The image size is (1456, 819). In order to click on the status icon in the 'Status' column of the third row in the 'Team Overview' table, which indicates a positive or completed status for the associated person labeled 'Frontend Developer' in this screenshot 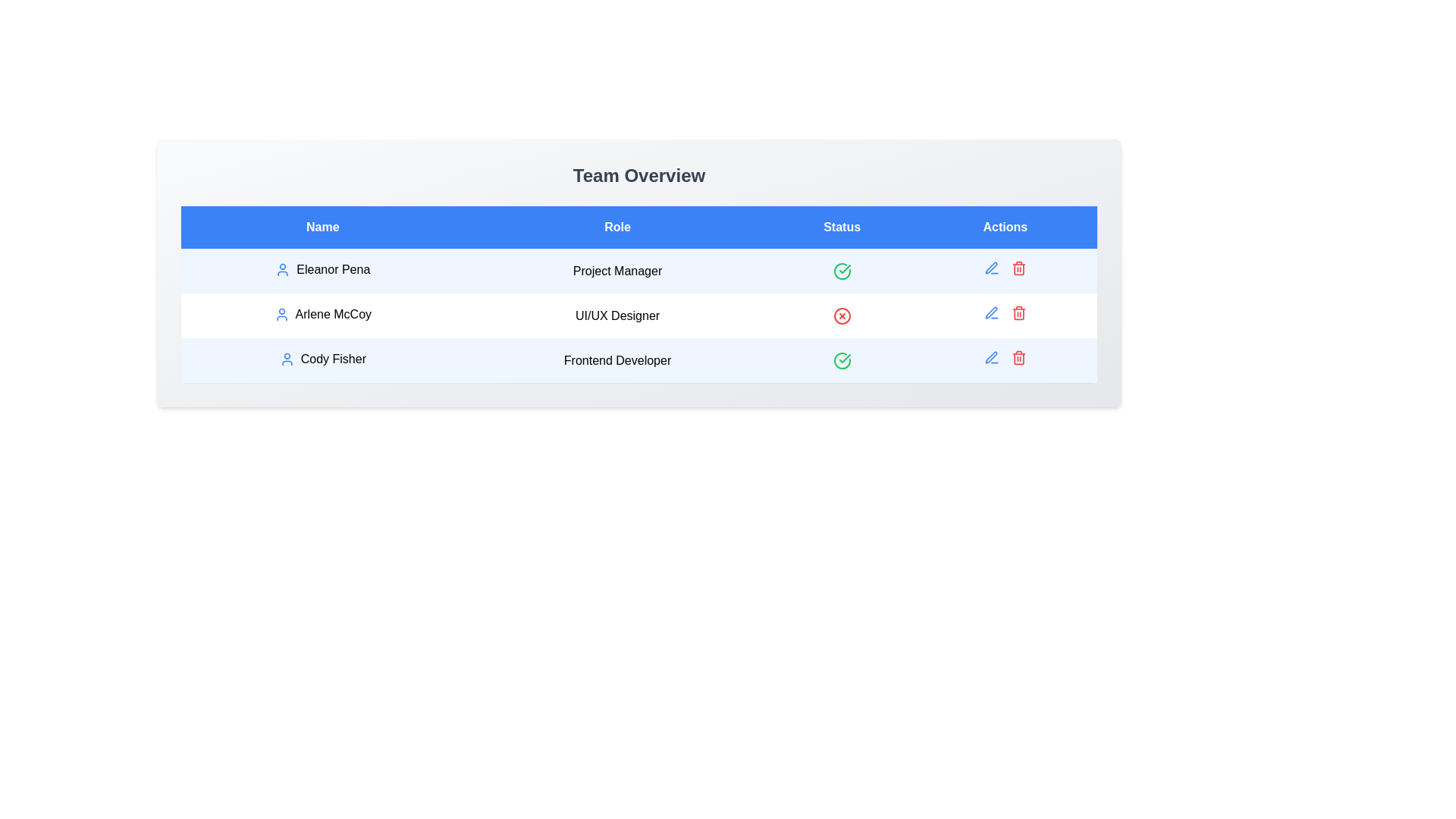, I will do `click(844, 268)`.